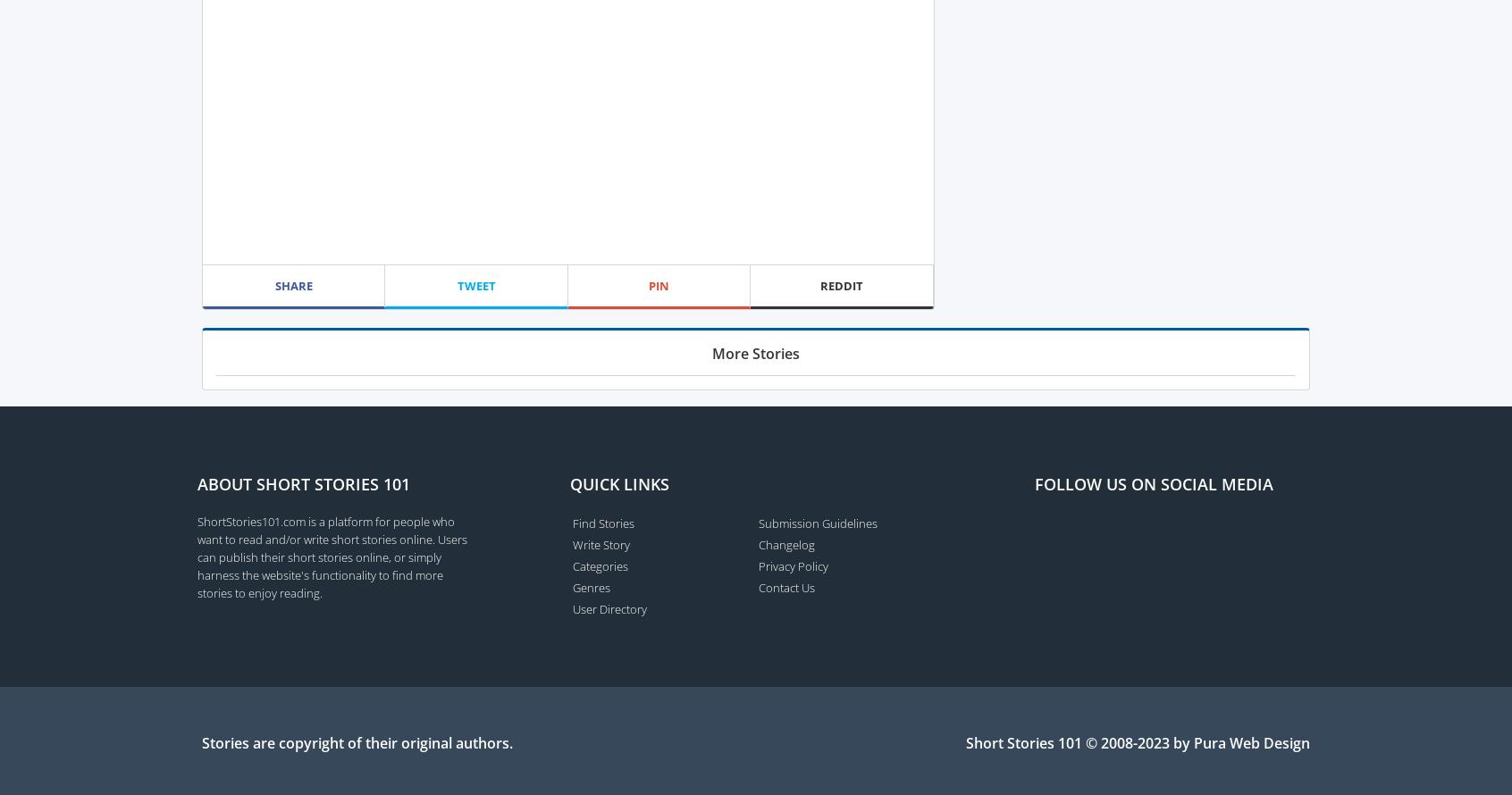 Image resolution: width=1512 pixels, height=795 pixels. What do you see at coordinates (302, 482) in the screenshot?
I see `'About Short Stories 101'` at bounding box center [302, 482].